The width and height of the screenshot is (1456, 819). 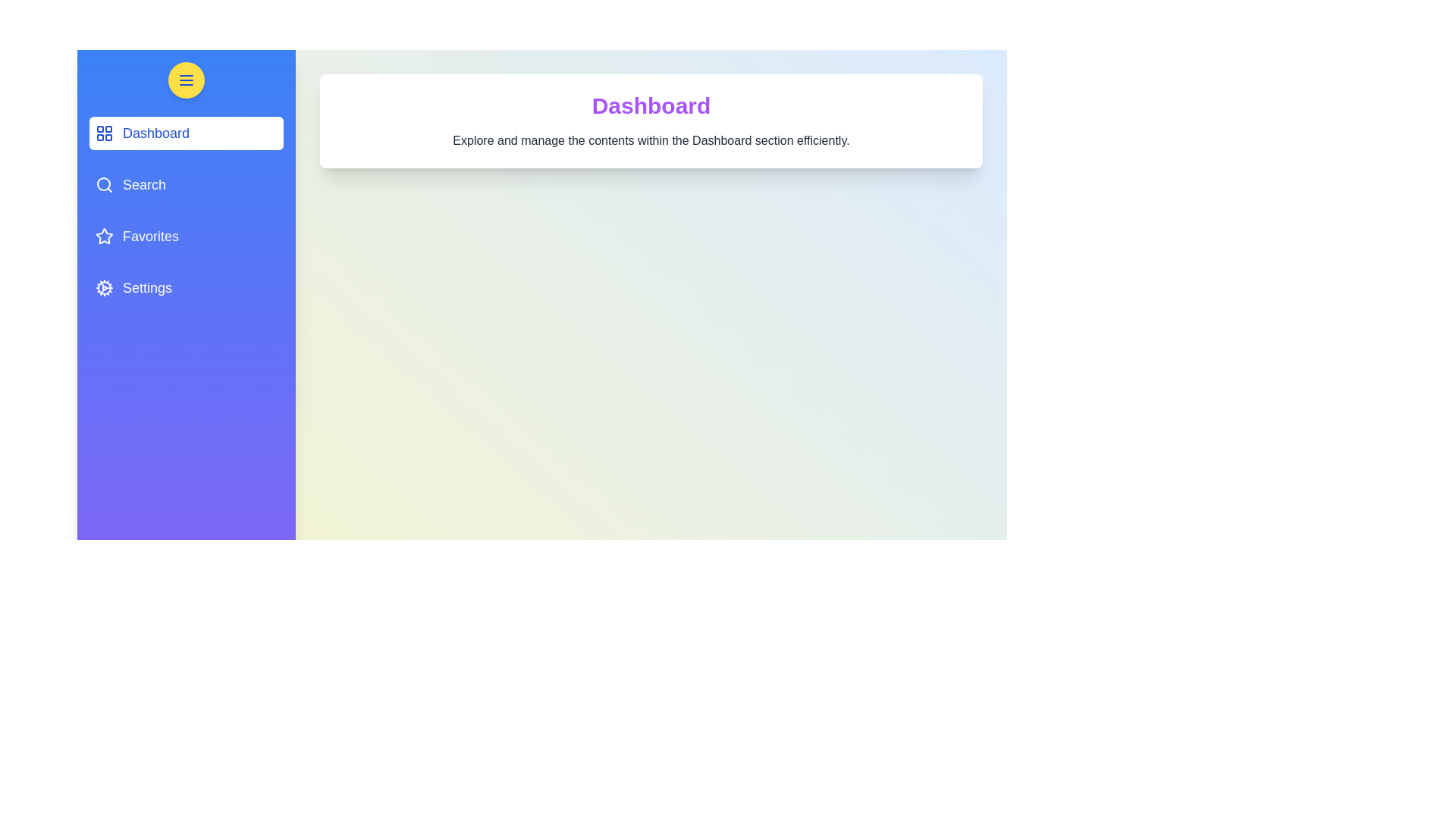 What do you see at coordinates (185, 288) in the screenshot?
I see `the navigation item labeled Settings to view its hover effect` at bounding box center [185, 288].